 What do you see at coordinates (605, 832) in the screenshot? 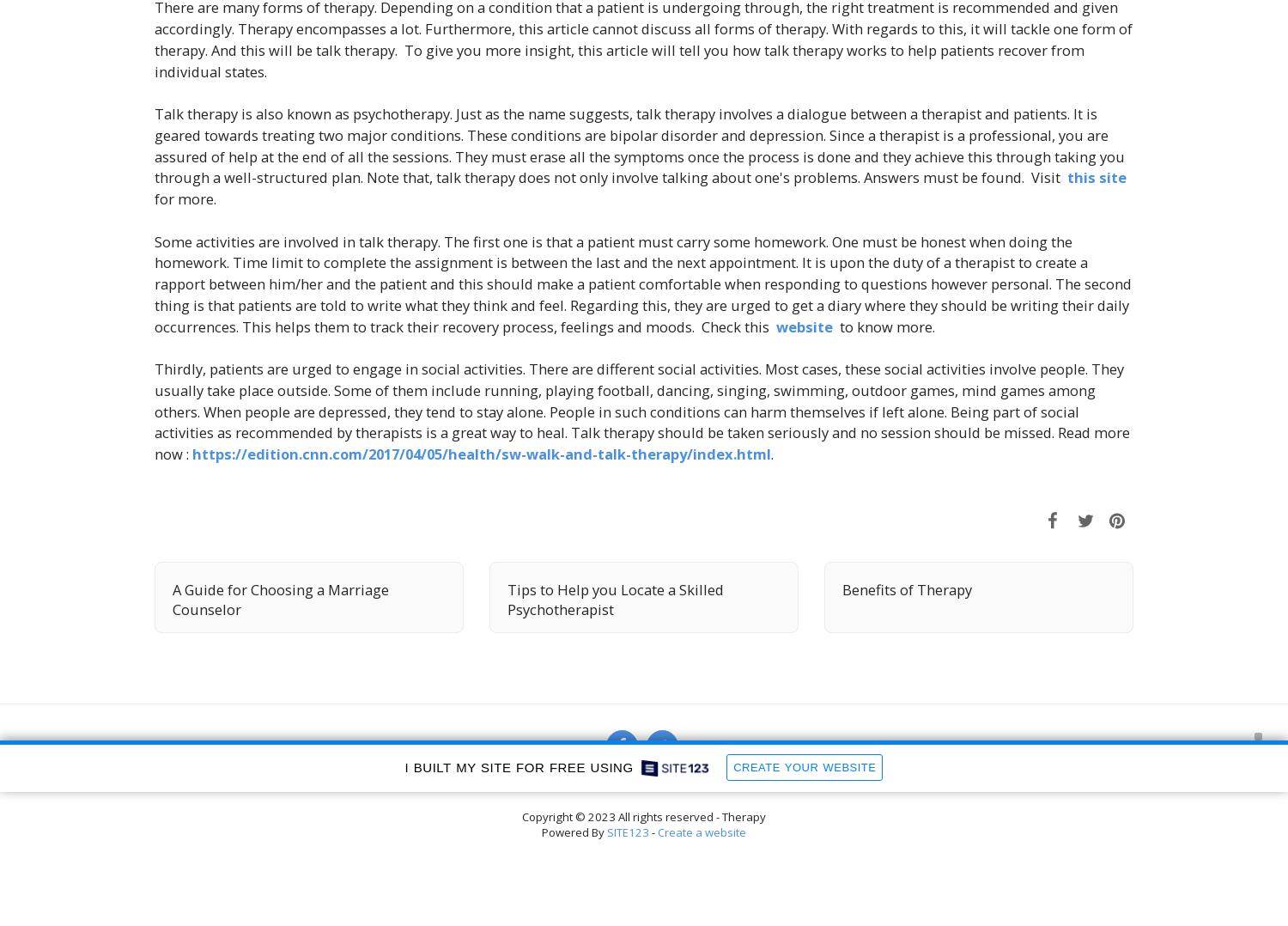
I see `'SITE123'` at bounding box center [605, 832].